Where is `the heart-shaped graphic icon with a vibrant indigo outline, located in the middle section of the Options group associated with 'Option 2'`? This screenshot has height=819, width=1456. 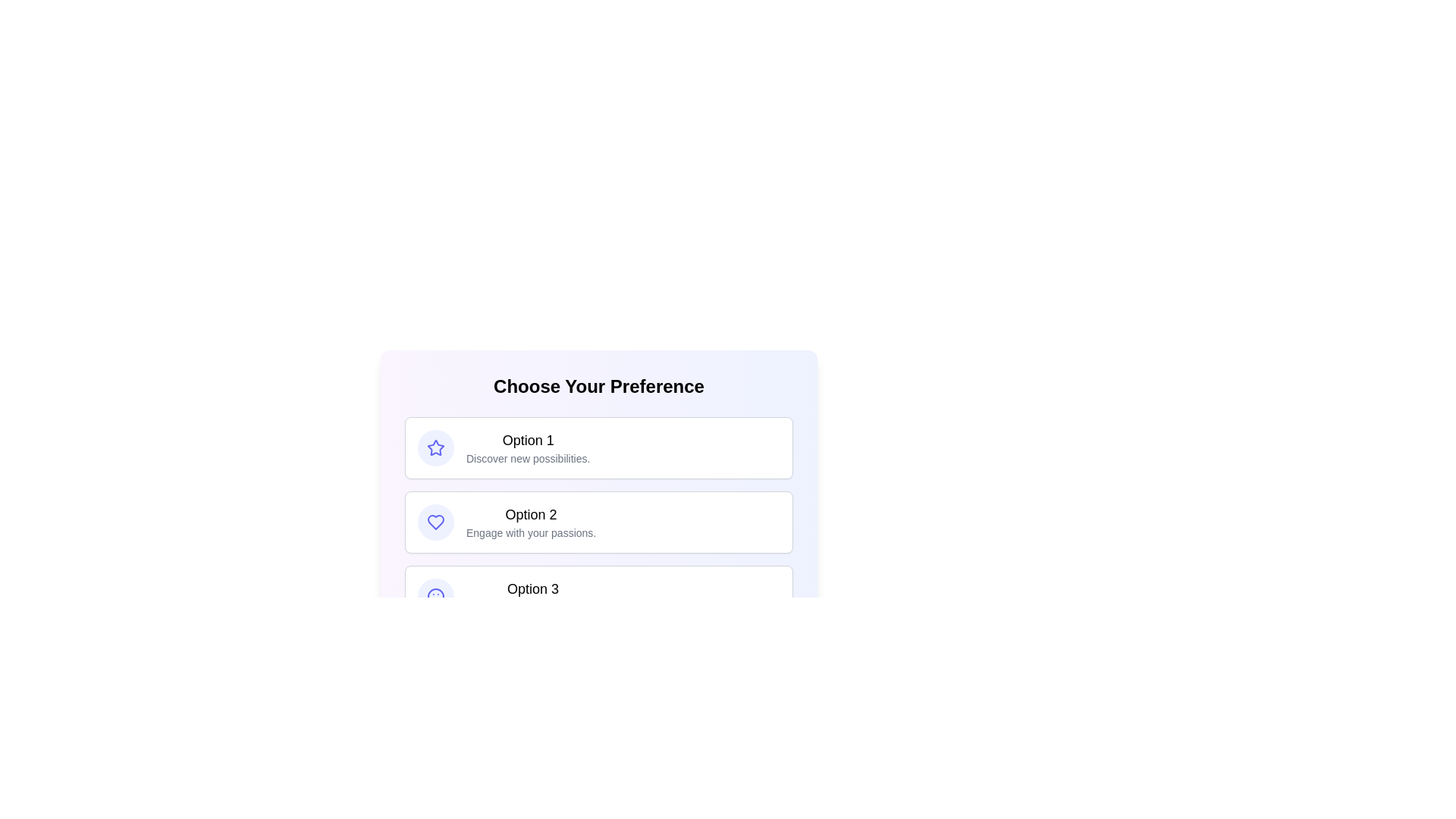
the heart-shaped graphic icon with a vibrant indigo outline, located in the middle section of the Options group associated with 'Option 2' is located at coordinates (435, 522).